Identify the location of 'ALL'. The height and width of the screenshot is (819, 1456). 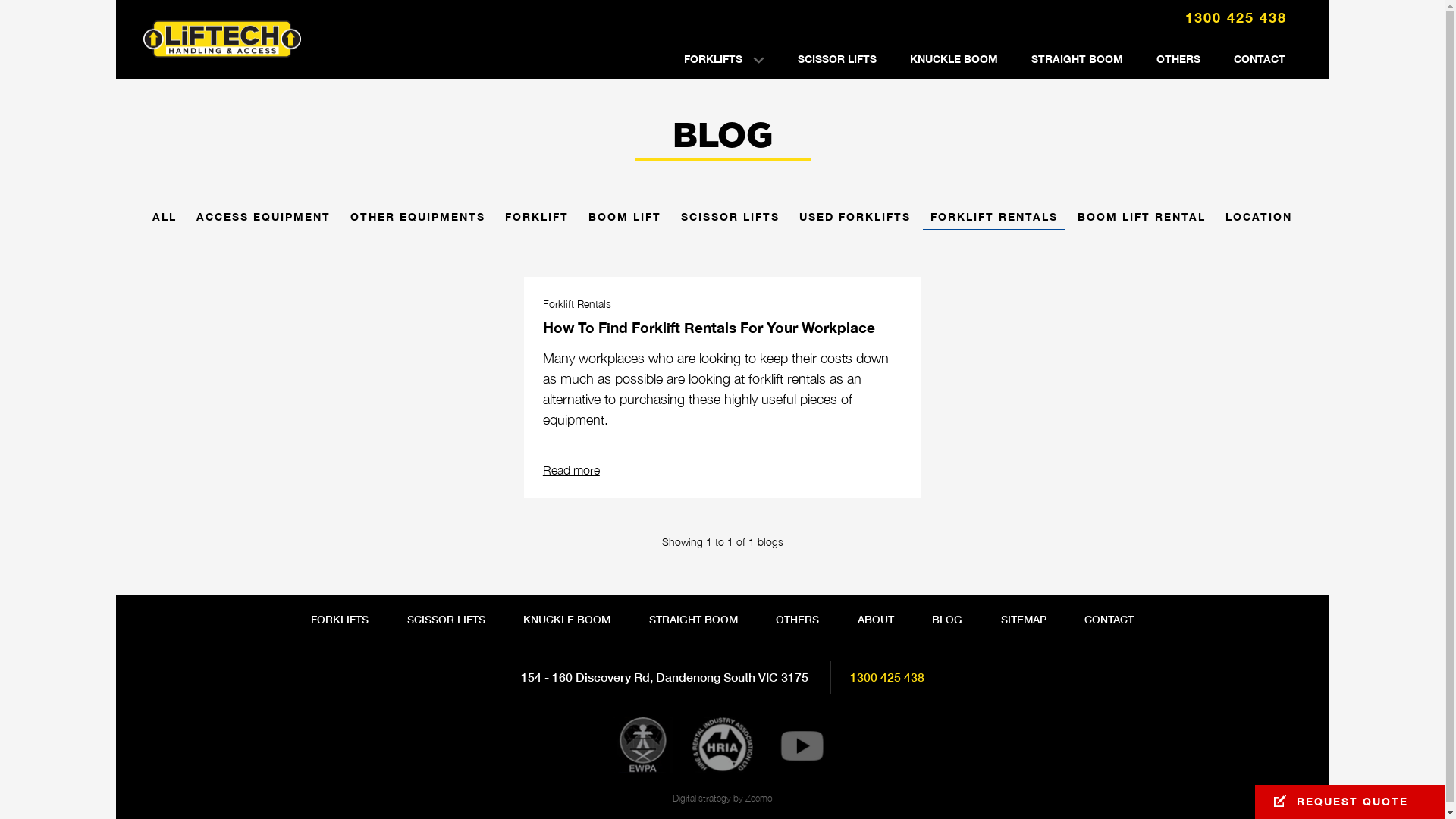
(145, 219).